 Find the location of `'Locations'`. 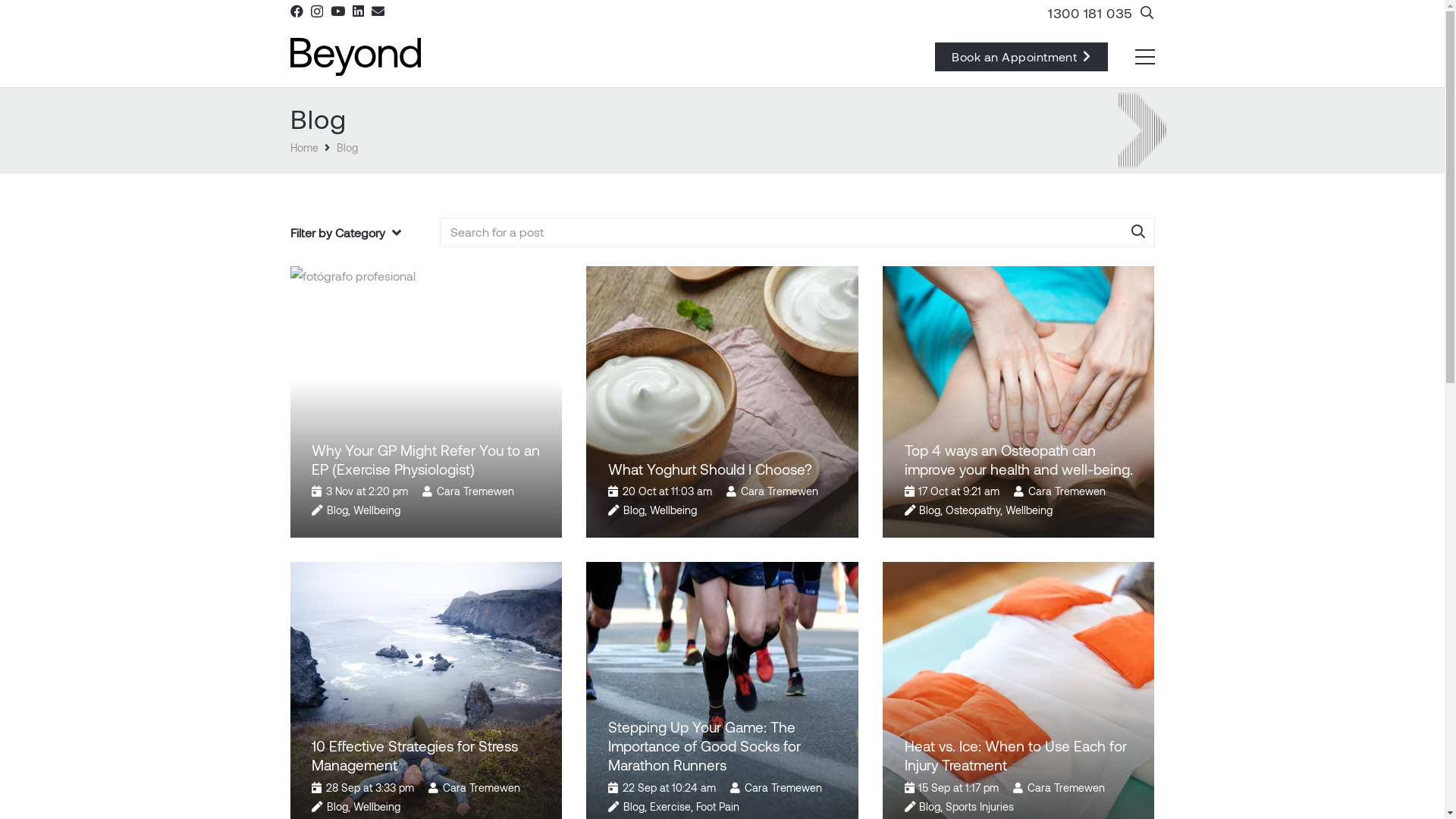

'Locations' is located at coordinates (763, 629).